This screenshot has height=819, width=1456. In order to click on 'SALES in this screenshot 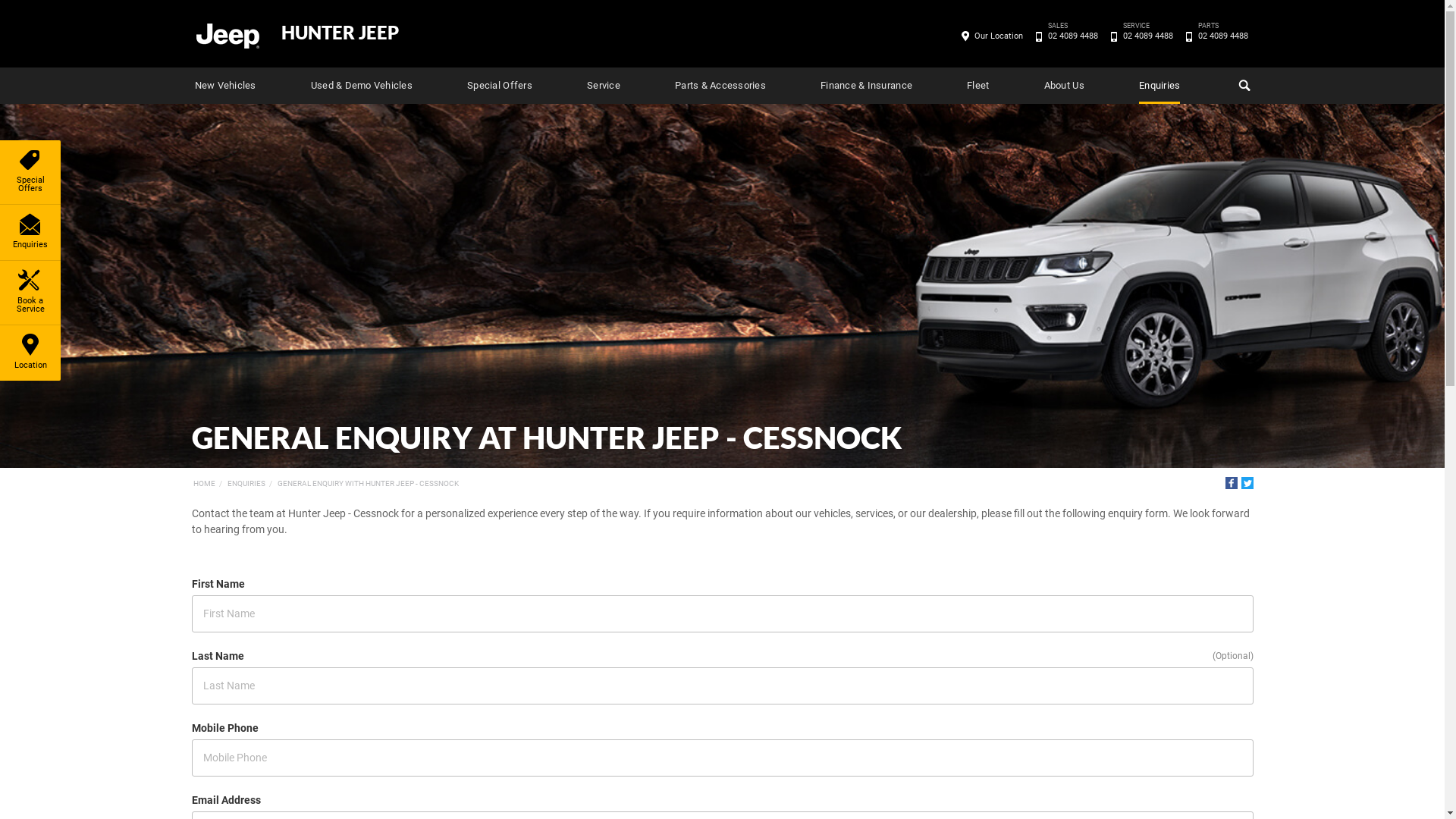, I will do `click(1072, 35)`.